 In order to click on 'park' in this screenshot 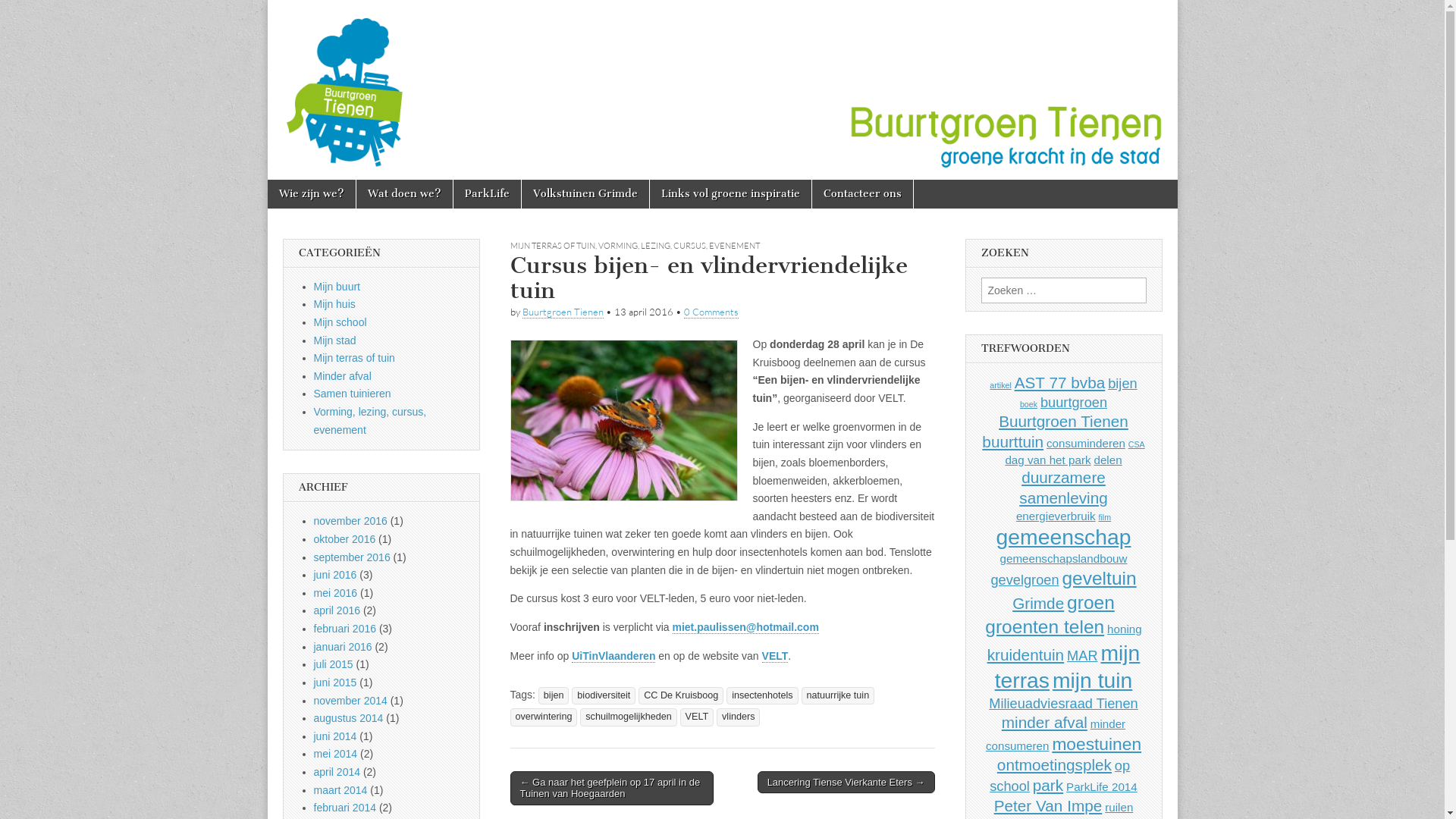, I will do `click(1047, 785)`.